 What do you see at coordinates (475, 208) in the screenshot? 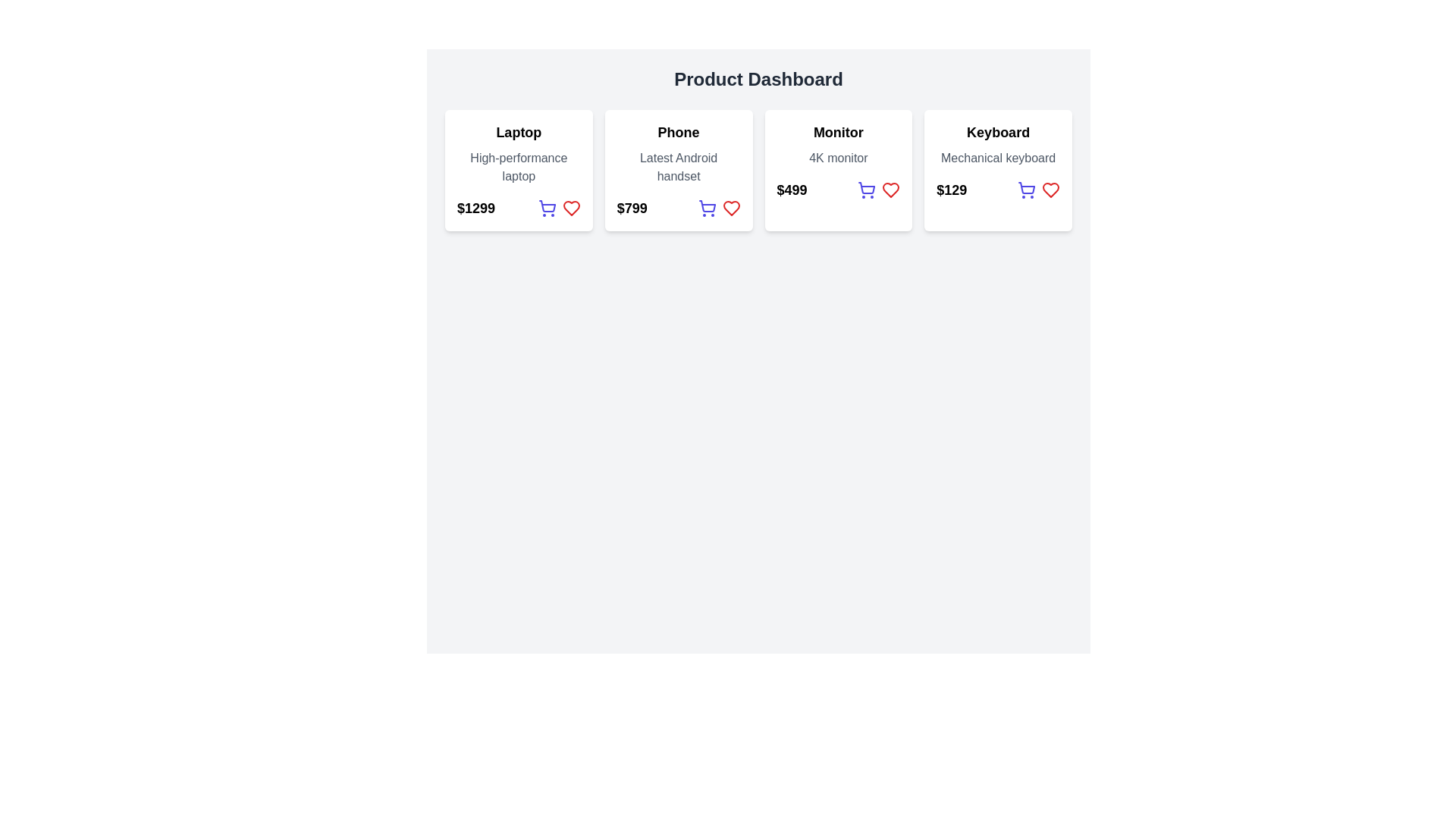
I see `on the bold, large text label displaying the price '$1299' in the top-left of the 'Product Dashboard' for the 'Laptop' product` at bounding box center [475, 208].